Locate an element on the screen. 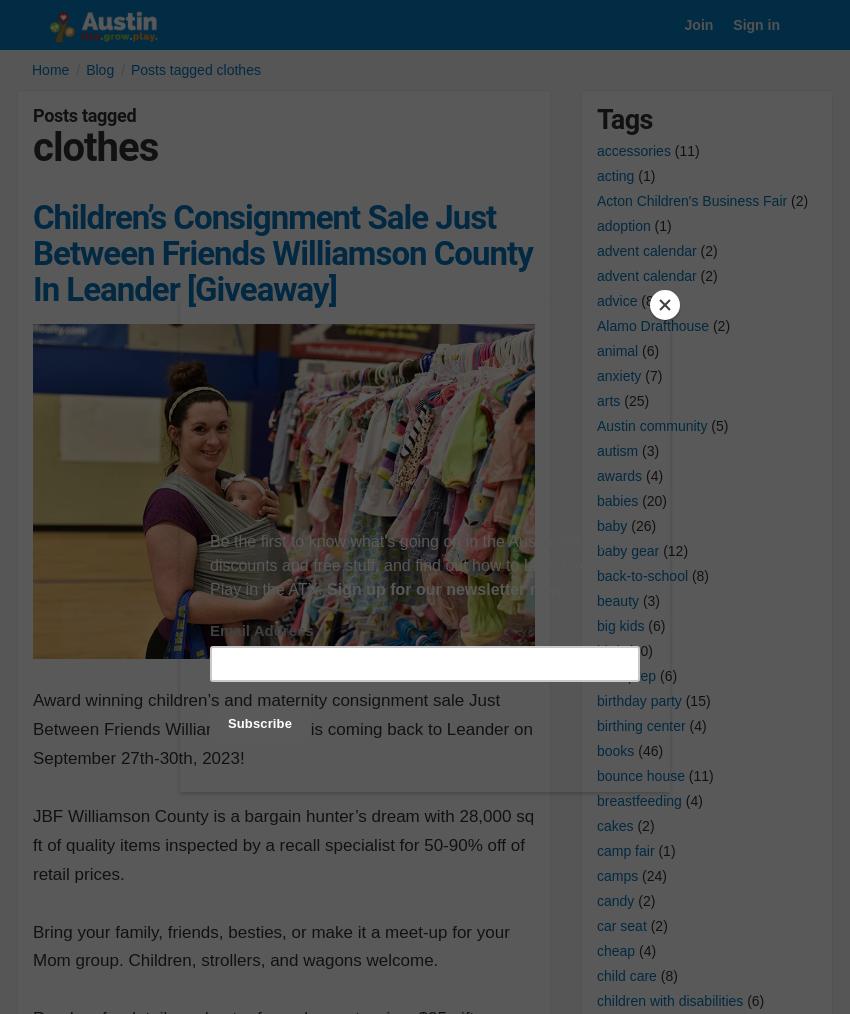  'Posts tagged' is located at coordinates (31, 115).